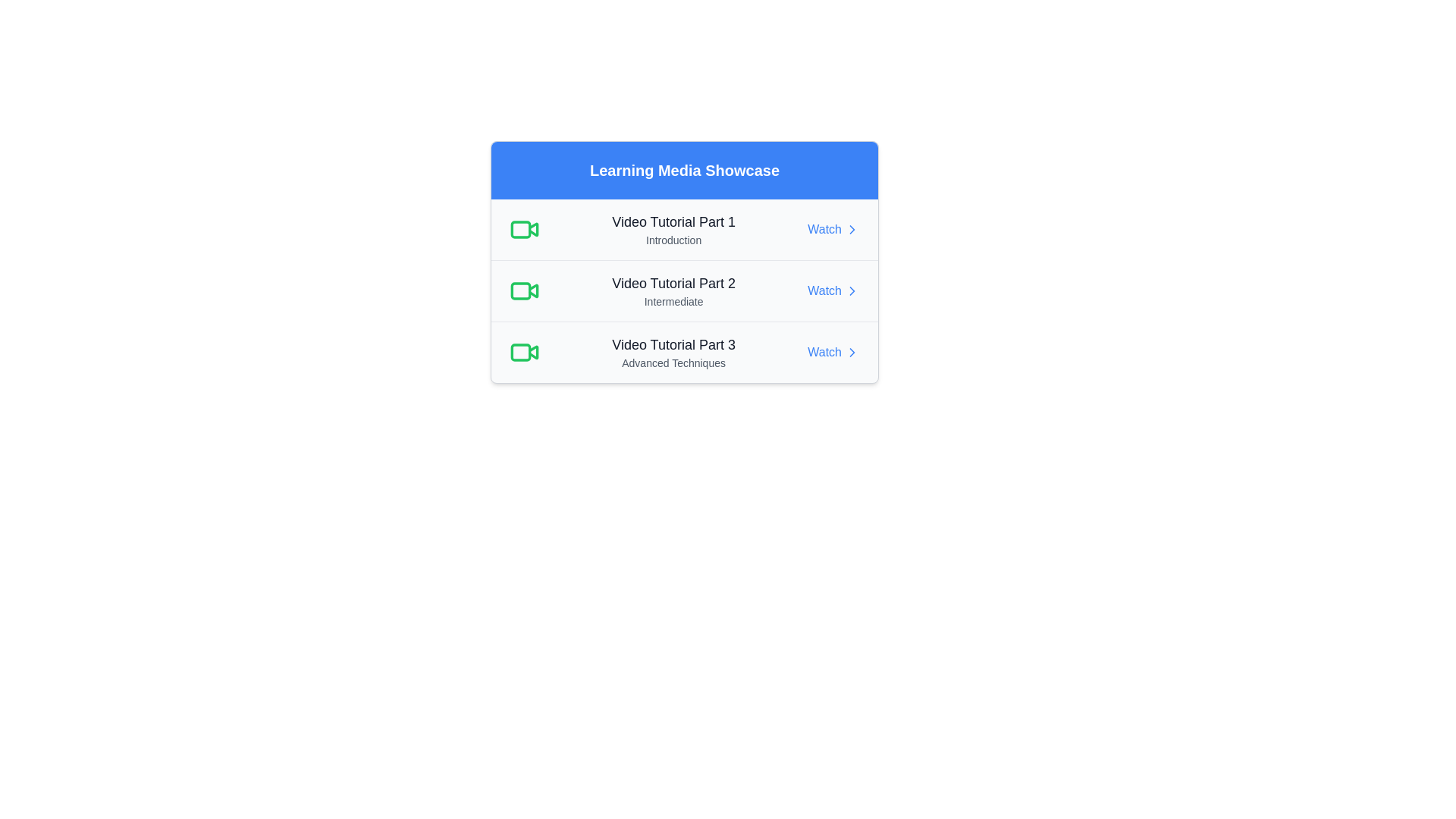 The height and width of the screenshot is (819, 1456). Describe the element at coordinates (673, 345) in the screenshot. I see `the text label 'Video Tutorial Part 3', which is the primary text of the third item in a vertical list, styled with a larger bold font and positioned above the subtitle 'Advanced Techniques'` at that location.